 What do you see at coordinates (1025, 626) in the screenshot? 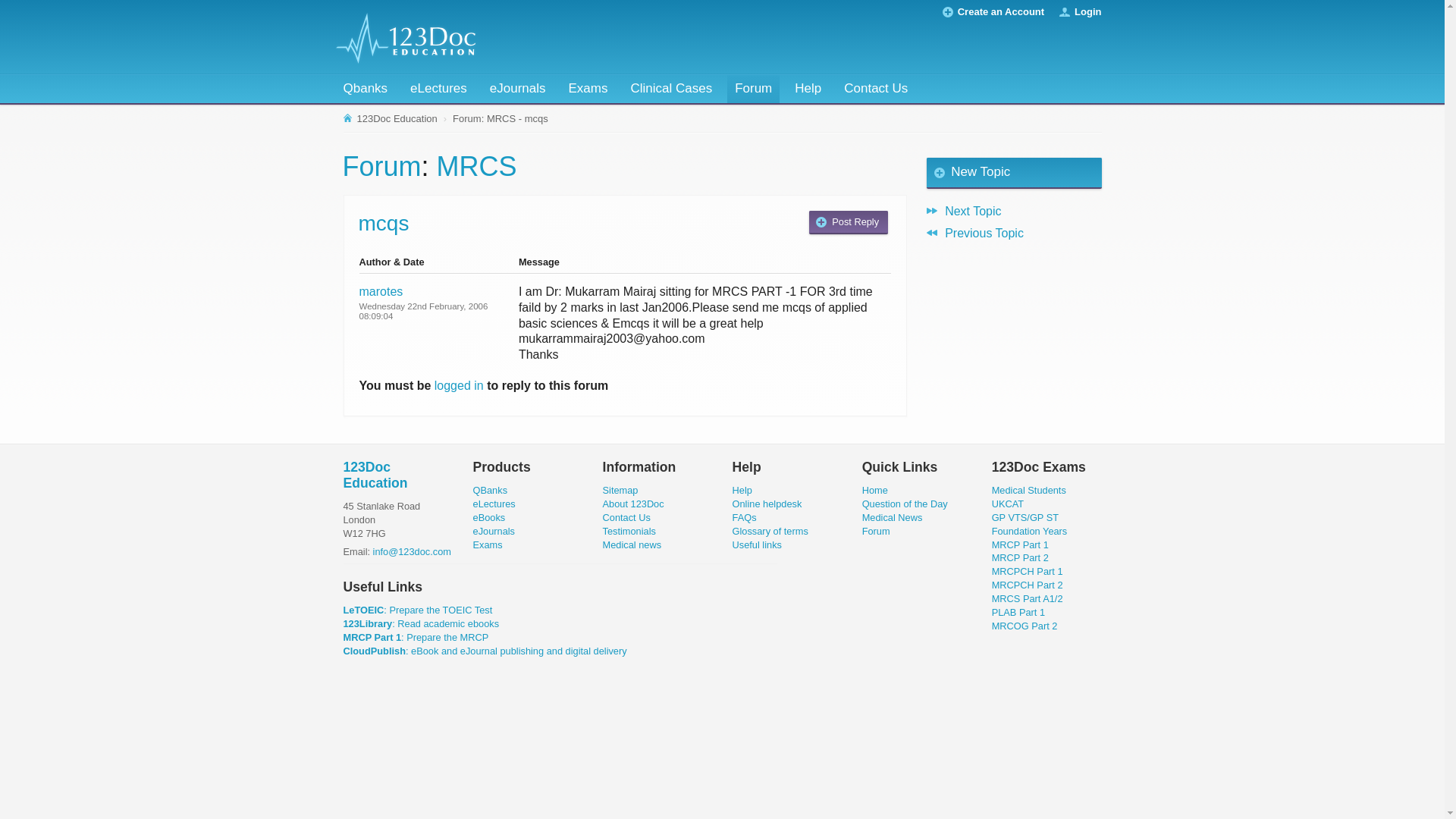
I see `'MRCOG Part 2'` at bounding box center [1025, 626].